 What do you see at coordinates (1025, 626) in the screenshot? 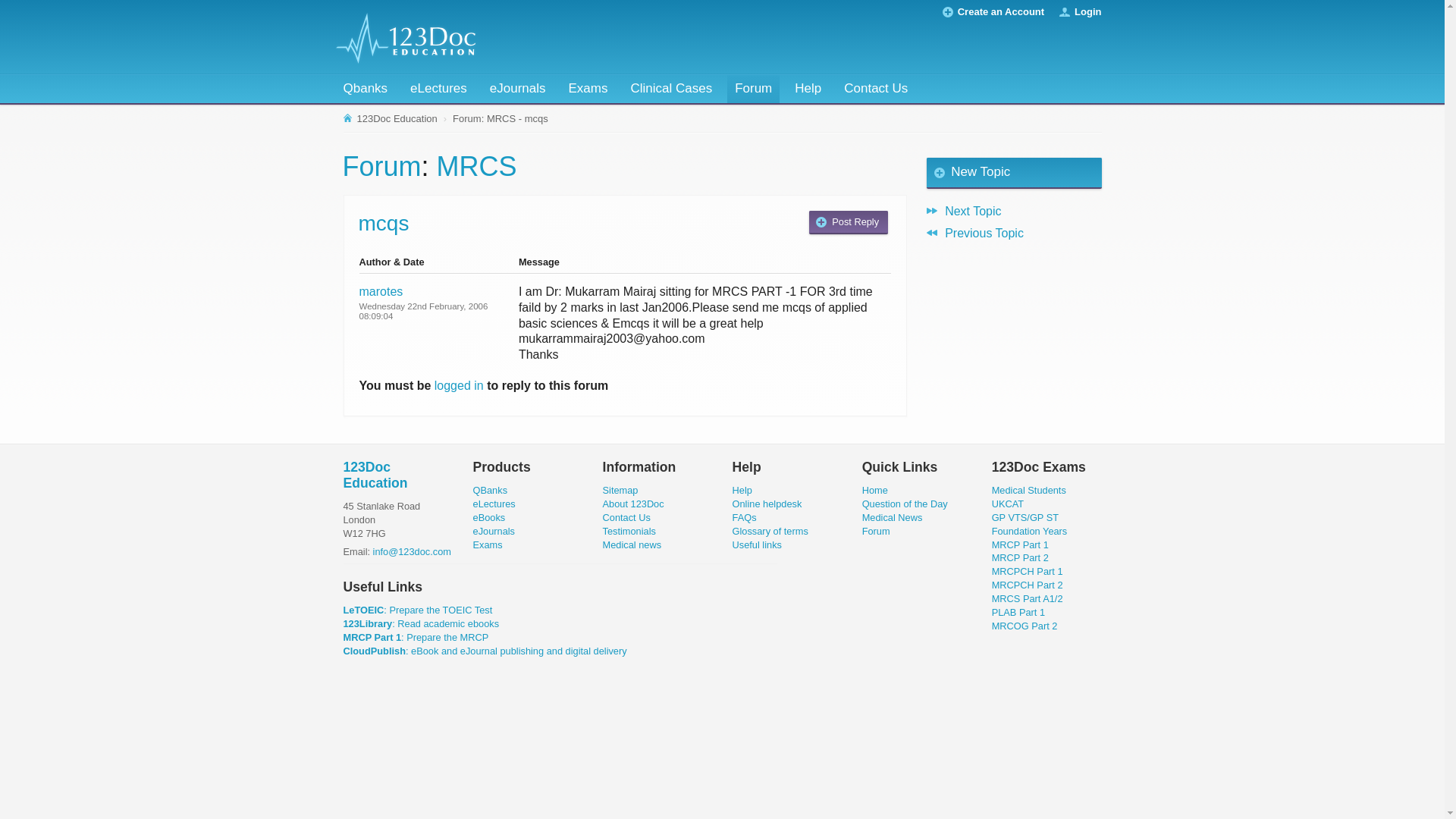
I see `'MRCOG Part 2'` at bounding box center [1025, 626].